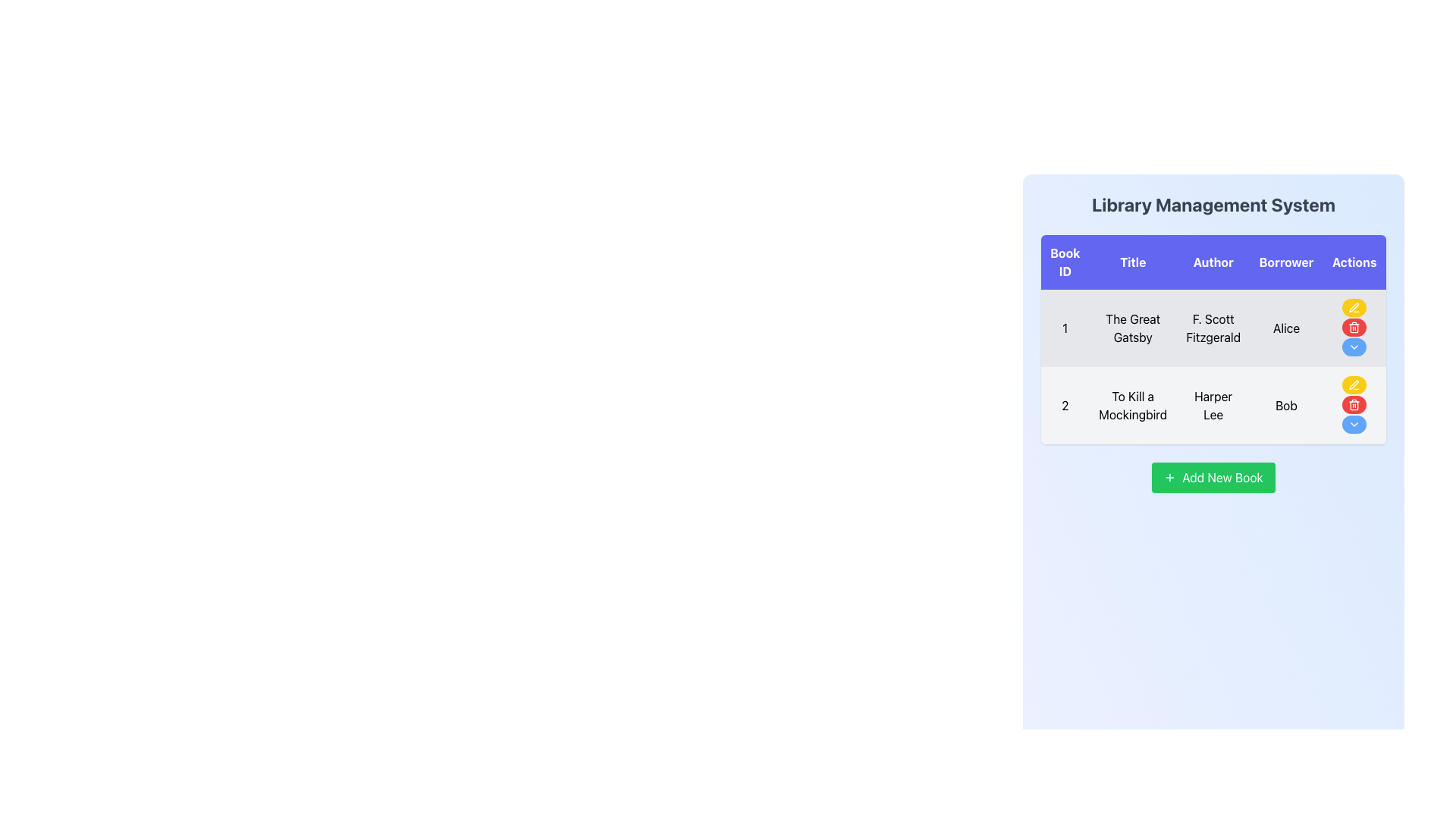 The image size is (1456, 819). I want to click on the fountain pen icon in the Actions column of the second row in the library management system table, so click(1354, 307).